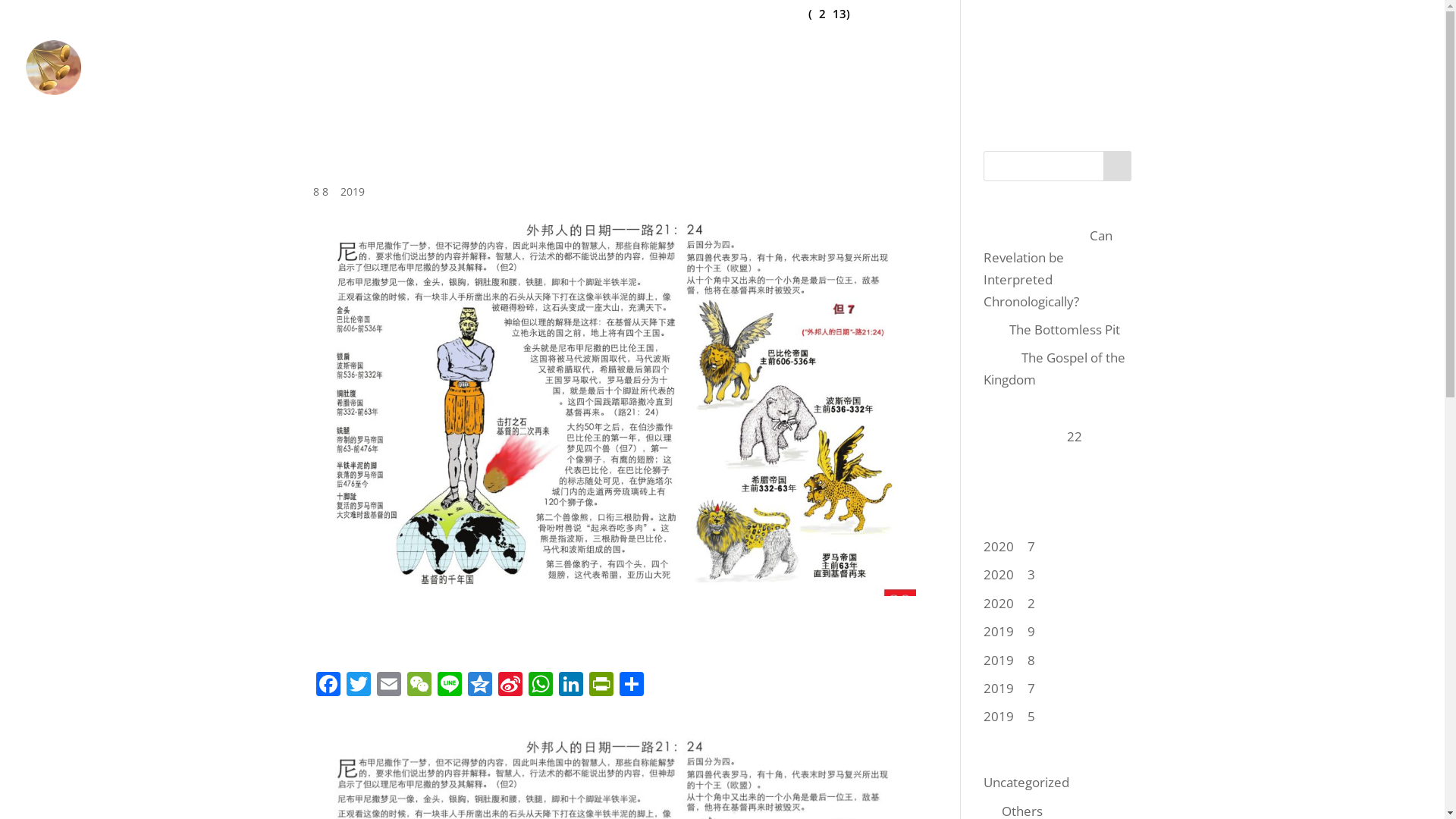  Describe the element at coordinates (327, 685) in the screenshot. I see `'Facebook'` at that location.